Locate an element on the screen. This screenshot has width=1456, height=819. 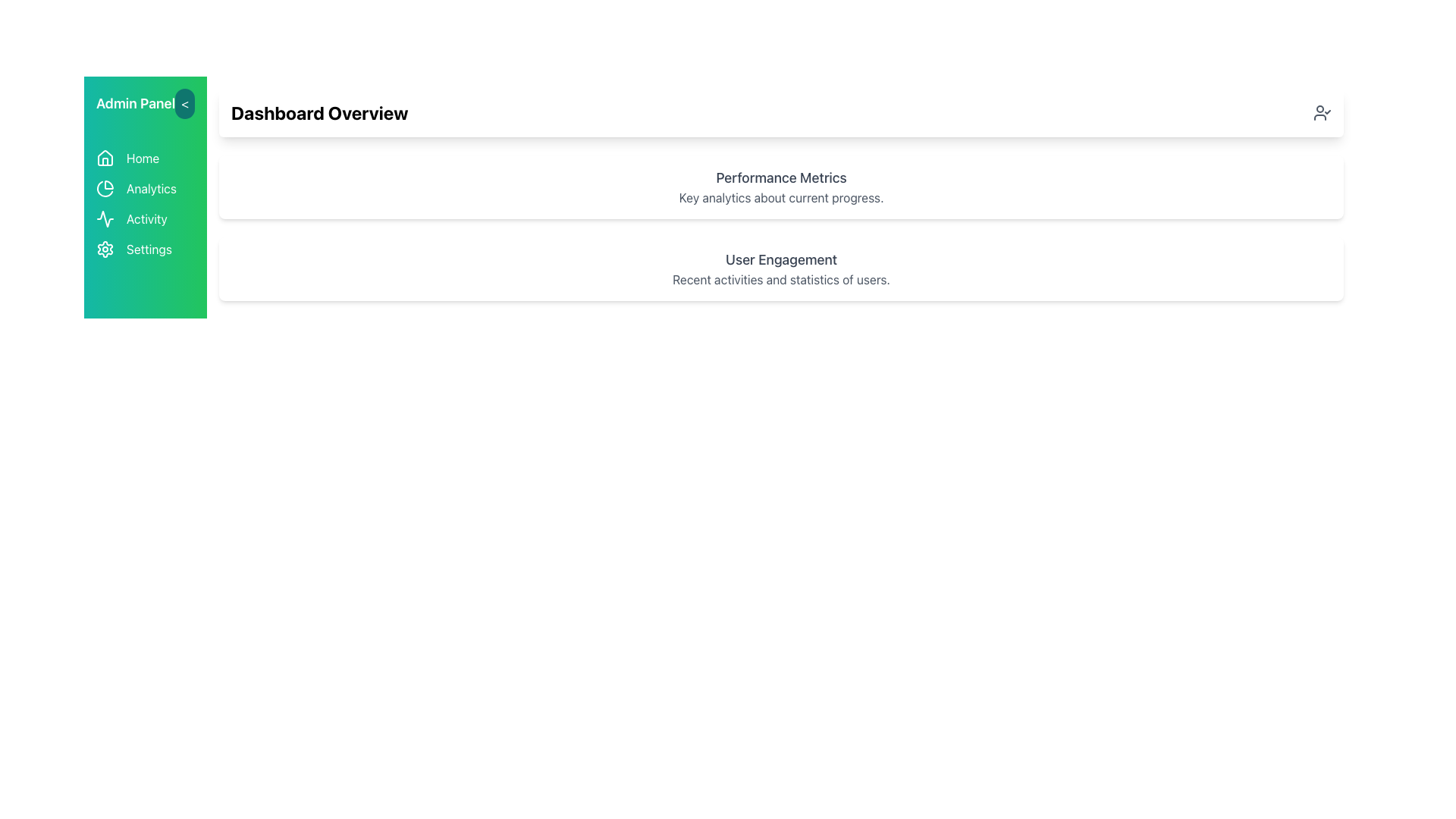
text label 'User Engagement' which is styled with a larger font size and gray color located above the subtitle in the white card section on the dashboard is located at coordinates (781, 259).